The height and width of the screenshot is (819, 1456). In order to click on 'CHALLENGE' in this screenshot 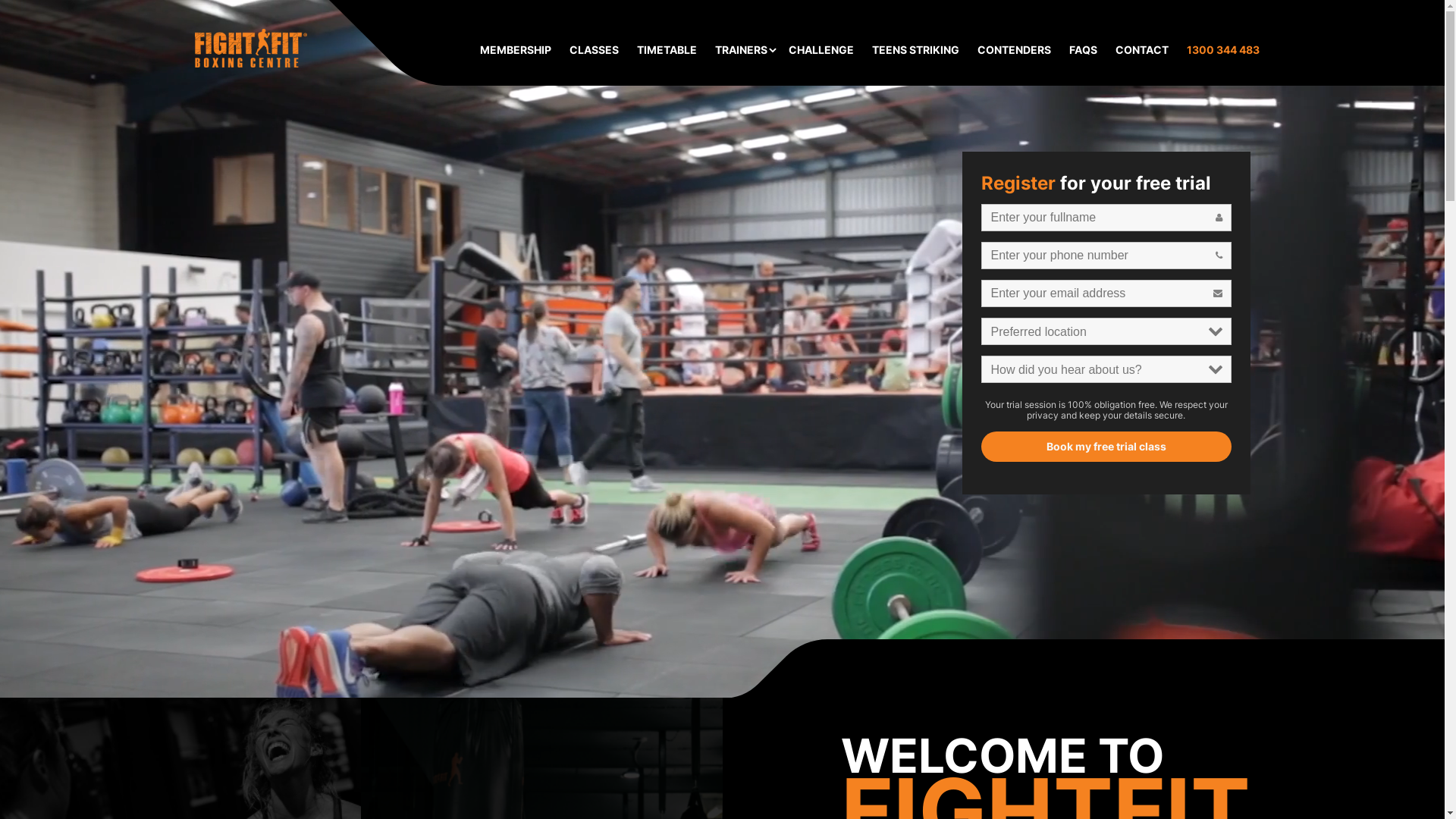, I will do `click(789, 49)`.